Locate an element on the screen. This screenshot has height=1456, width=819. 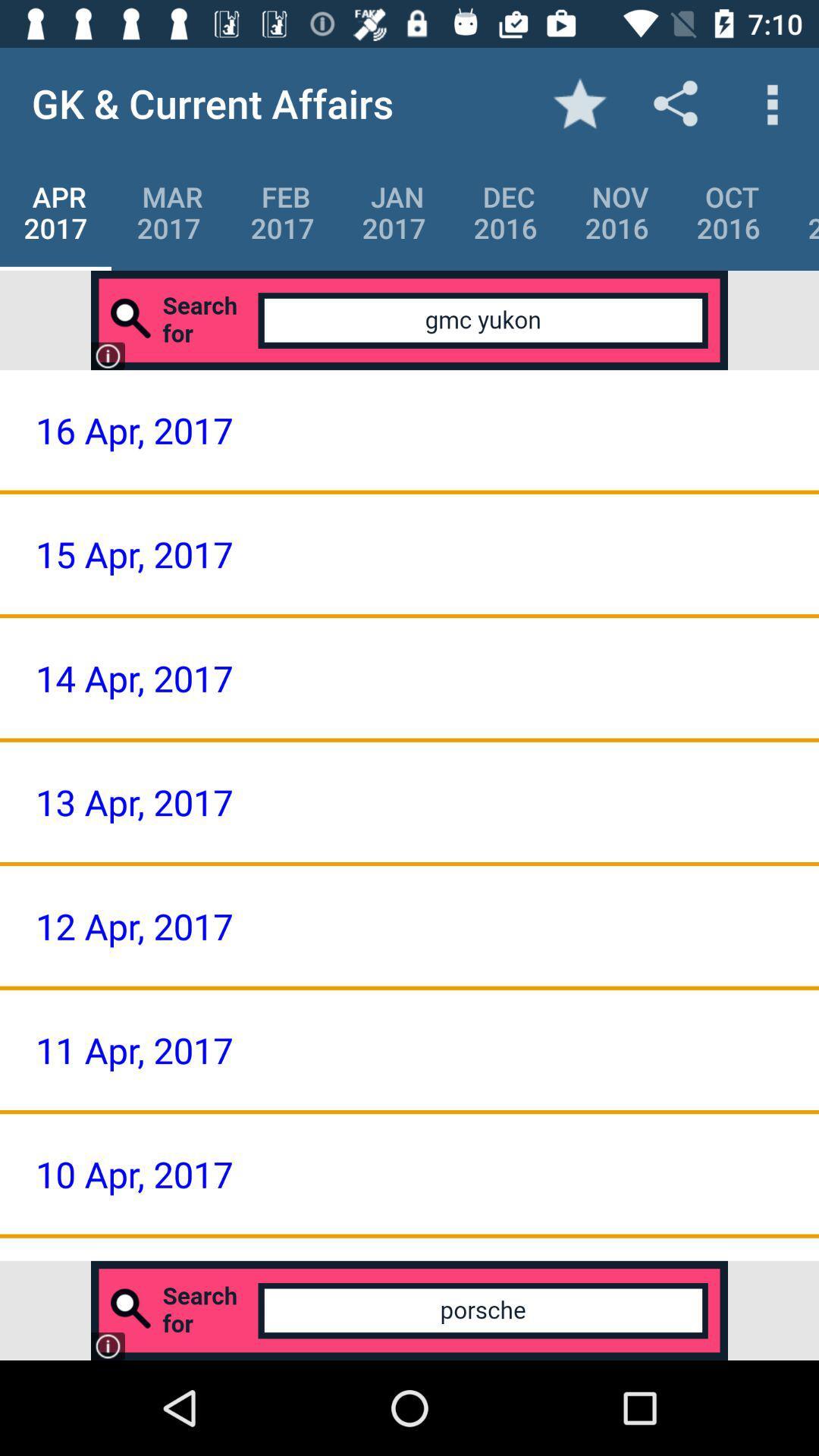
the icon next to  jan is located at coordinates (282, 212).